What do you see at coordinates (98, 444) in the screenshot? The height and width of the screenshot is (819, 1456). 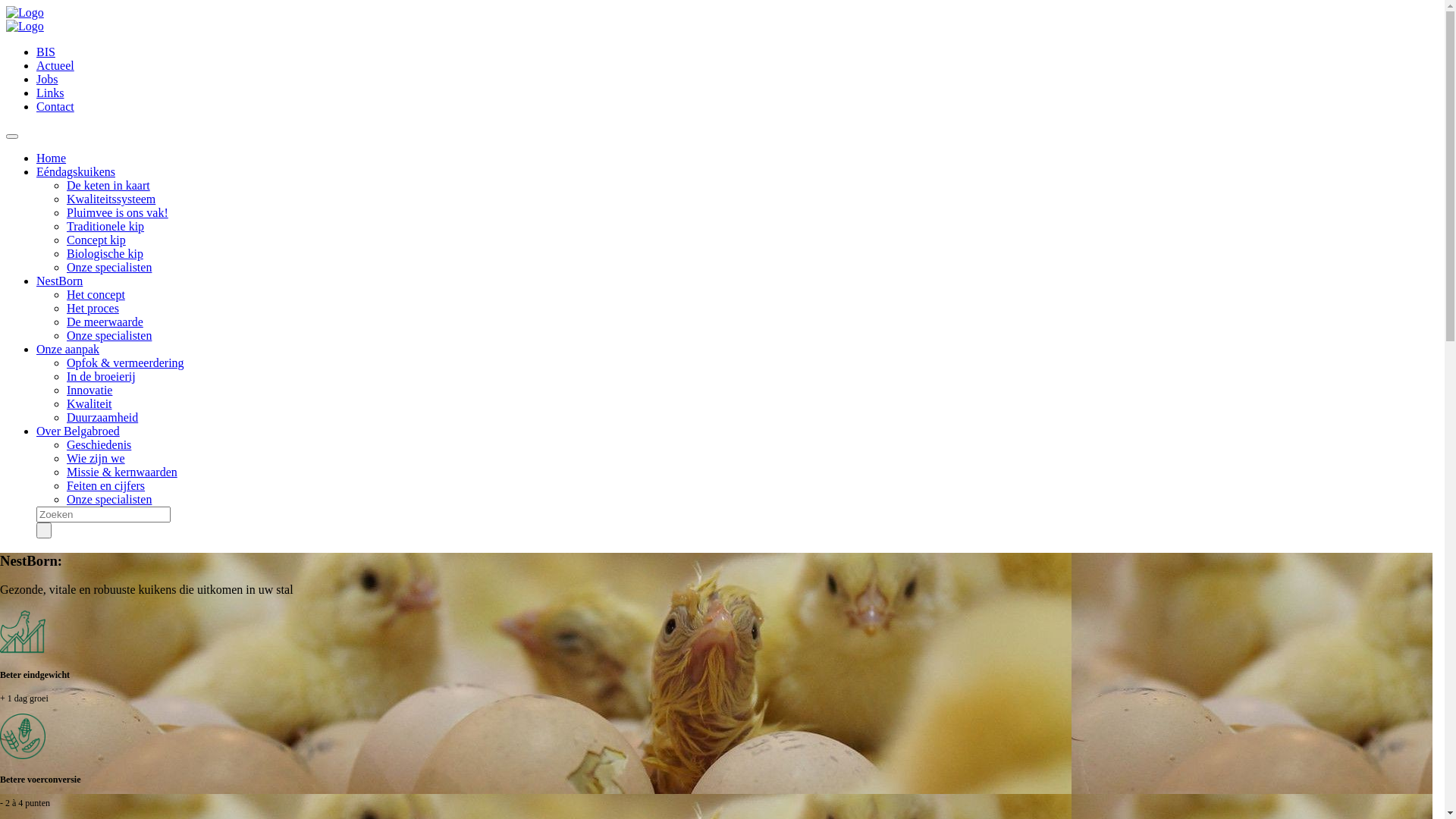 I see `'Geschiedenis'` at bounding box center [98, 444].